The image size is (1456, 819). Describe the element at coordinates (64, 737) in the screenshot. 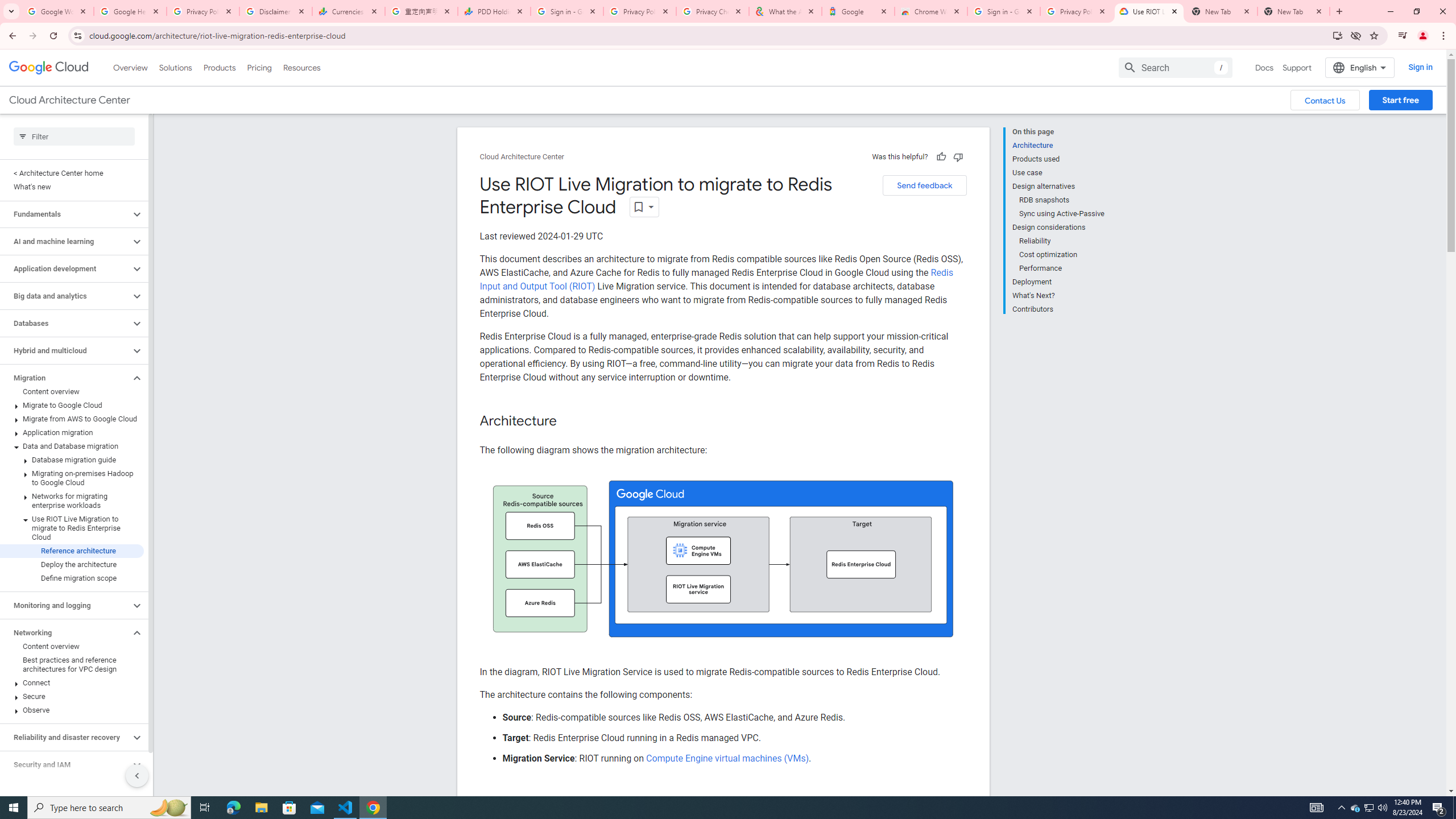

I see `'Reliability and disaster recovery'` at that location.